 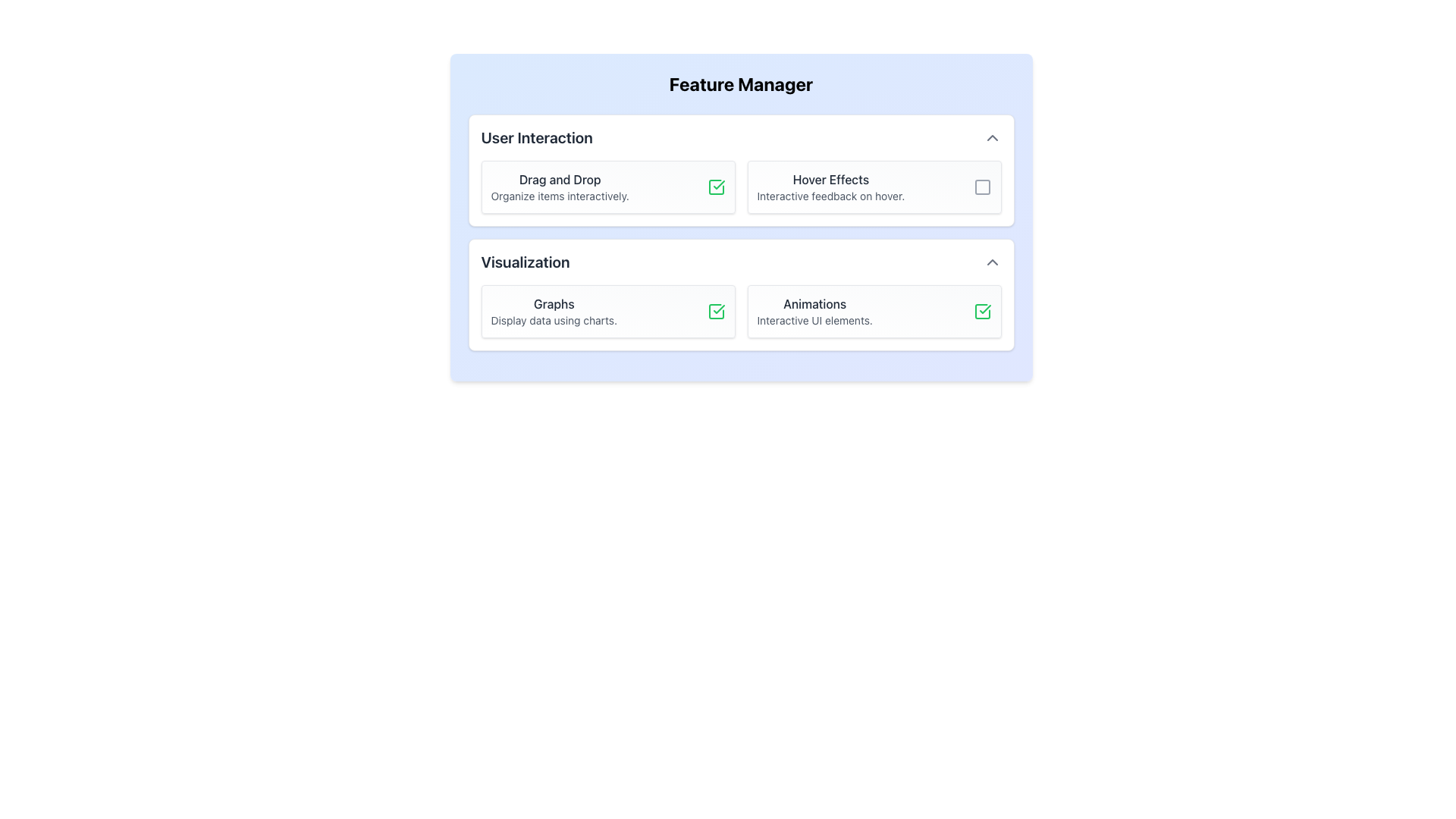 I want to click on the static text label reading 'Interactive feedback on hover' located below the bold title 'Hover Effects' in the 'User Interaction' group of the 'Feature Manager' layout, so click(x=830, y=195).